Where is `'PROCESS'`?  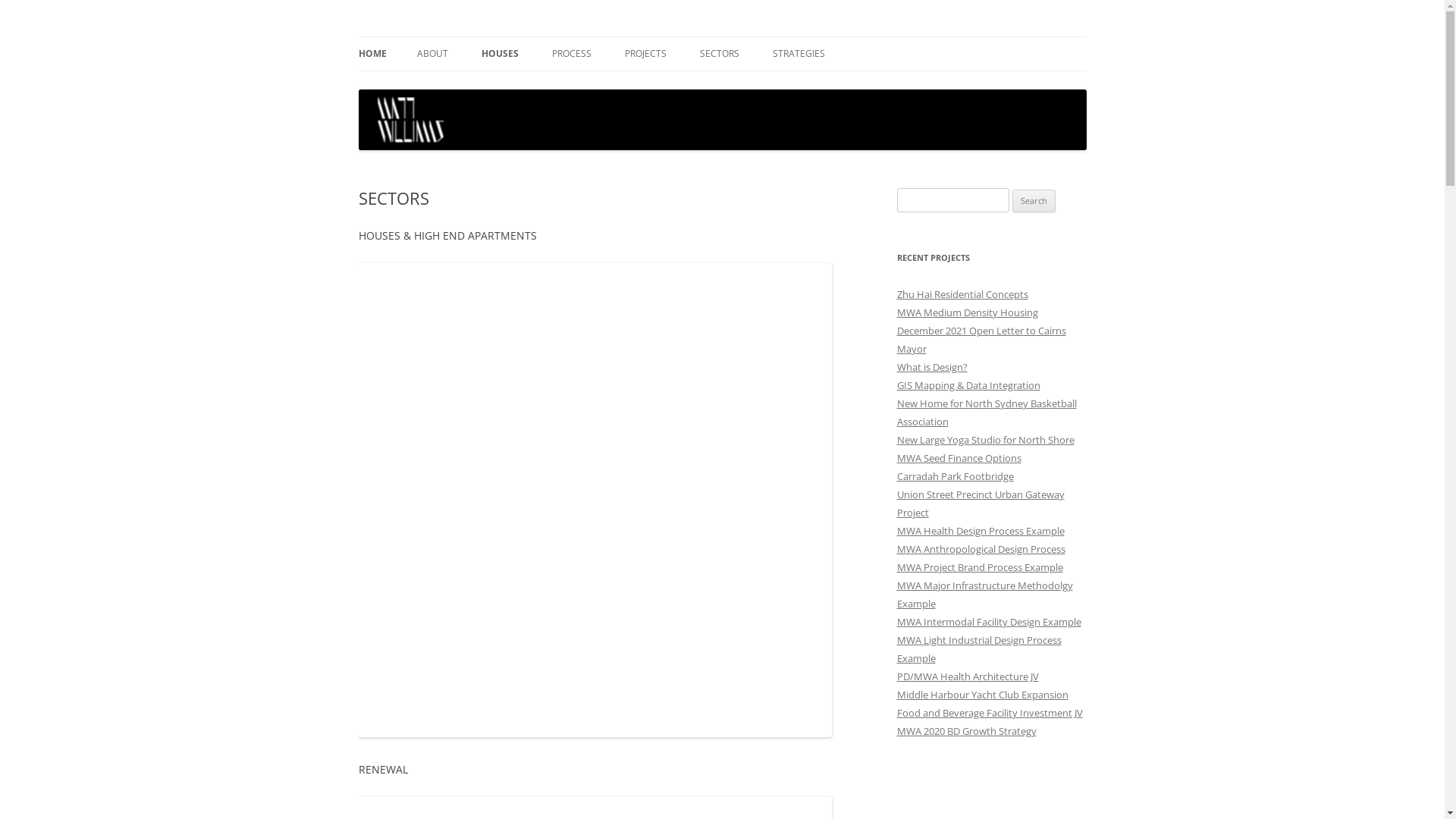 'PROCESS' is located at coordinates (570, 52).